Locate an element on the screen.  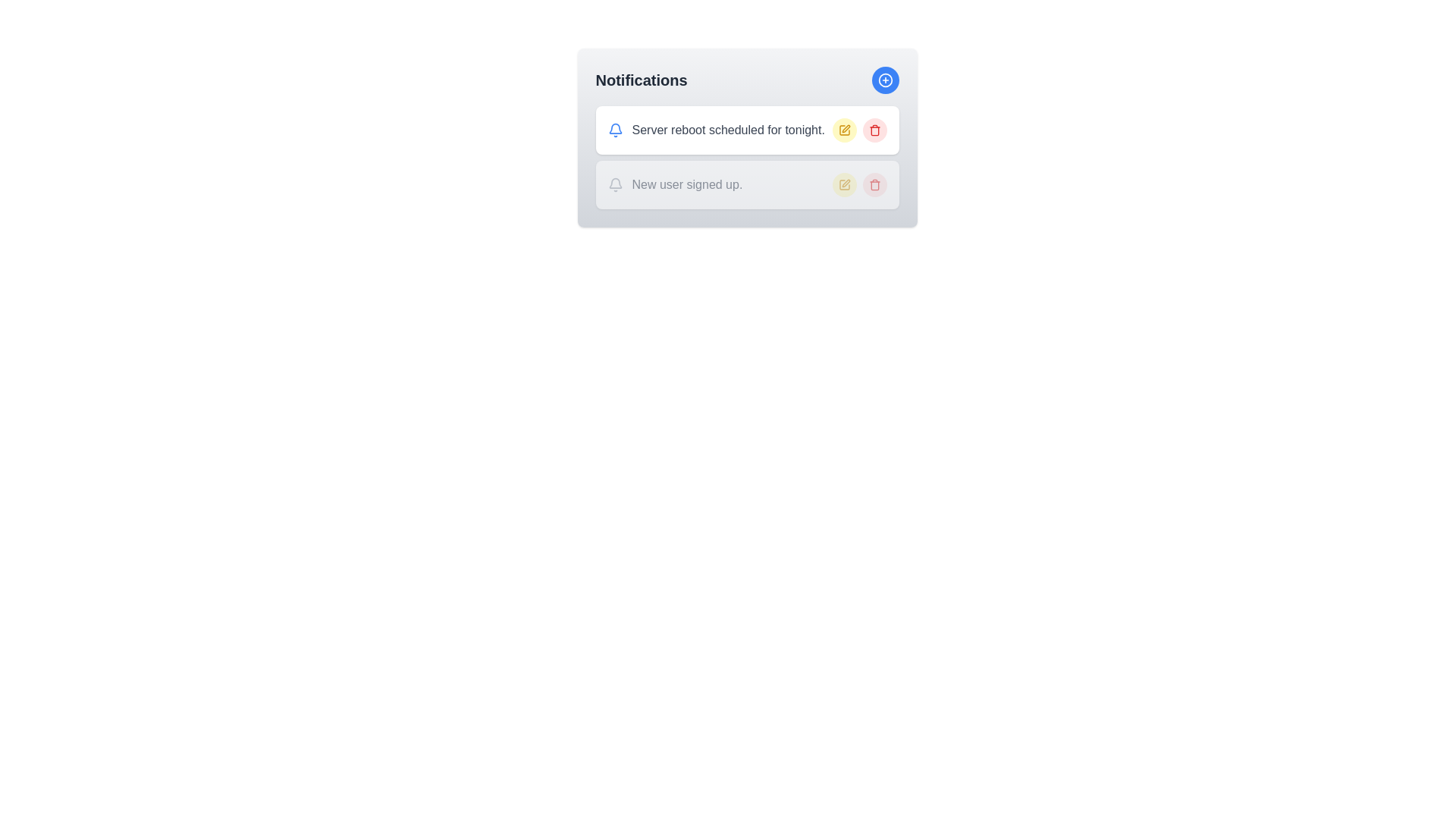
the notification icon that visually indicates an alert, which is positioned to the far left of the text 'Server reboot scheduled for tonight.' is located at coordinates (615, 130).